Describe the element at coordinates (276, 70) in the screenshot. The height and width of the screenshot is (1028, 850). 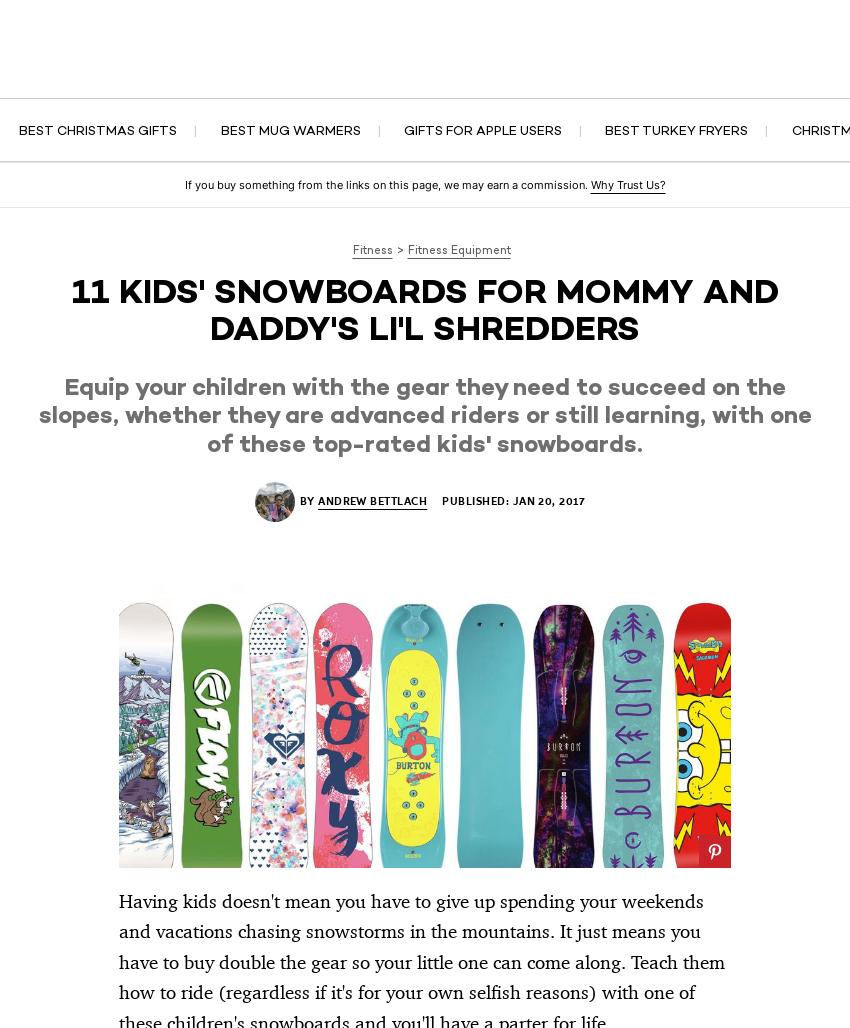
I see `'Home'` at that location.